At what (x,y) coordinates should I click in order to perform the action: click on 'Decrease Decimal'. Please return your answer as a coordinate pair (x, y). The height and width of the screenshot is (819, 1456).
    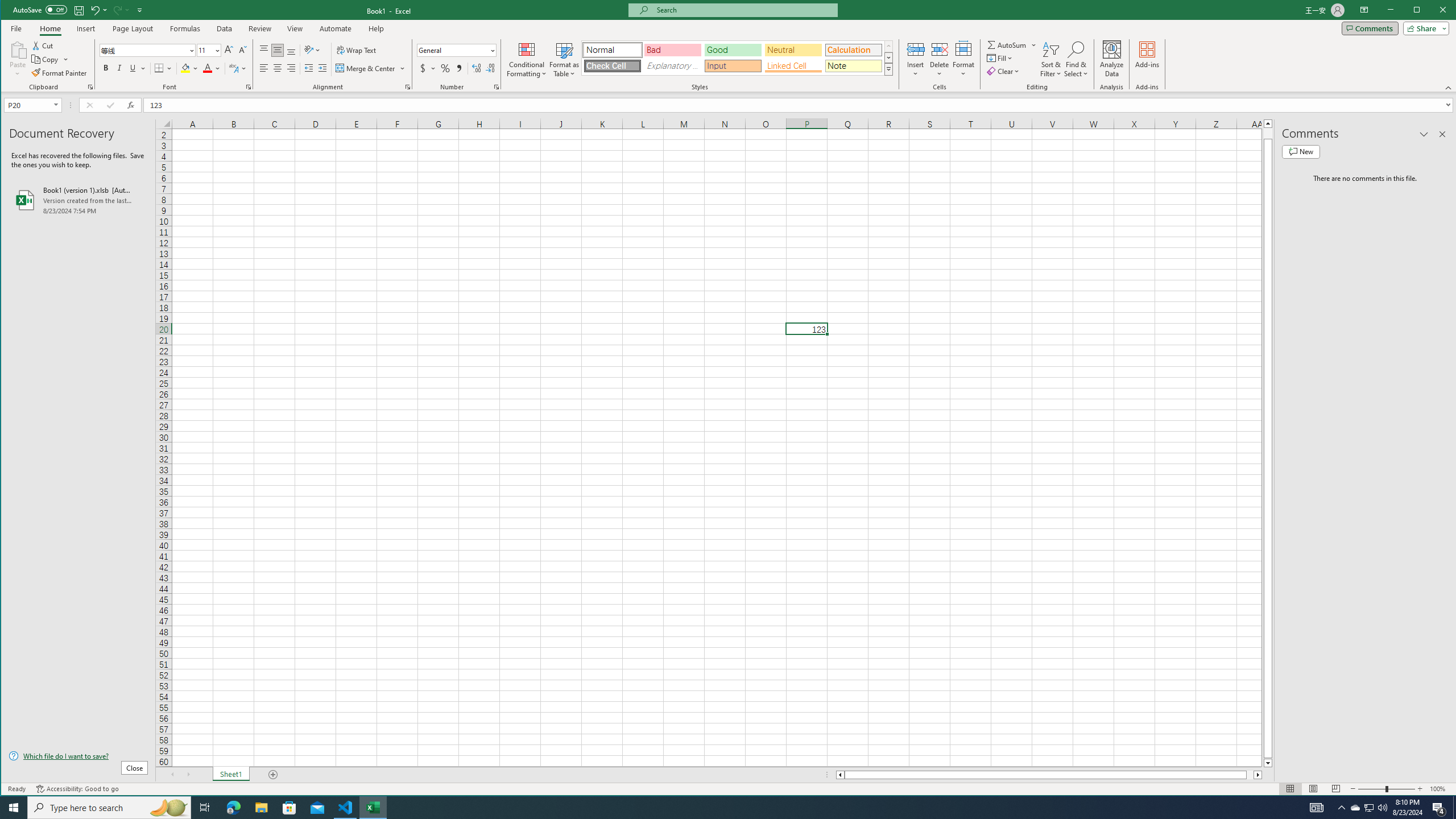
    Looking at the image, I should click on (489, 68).